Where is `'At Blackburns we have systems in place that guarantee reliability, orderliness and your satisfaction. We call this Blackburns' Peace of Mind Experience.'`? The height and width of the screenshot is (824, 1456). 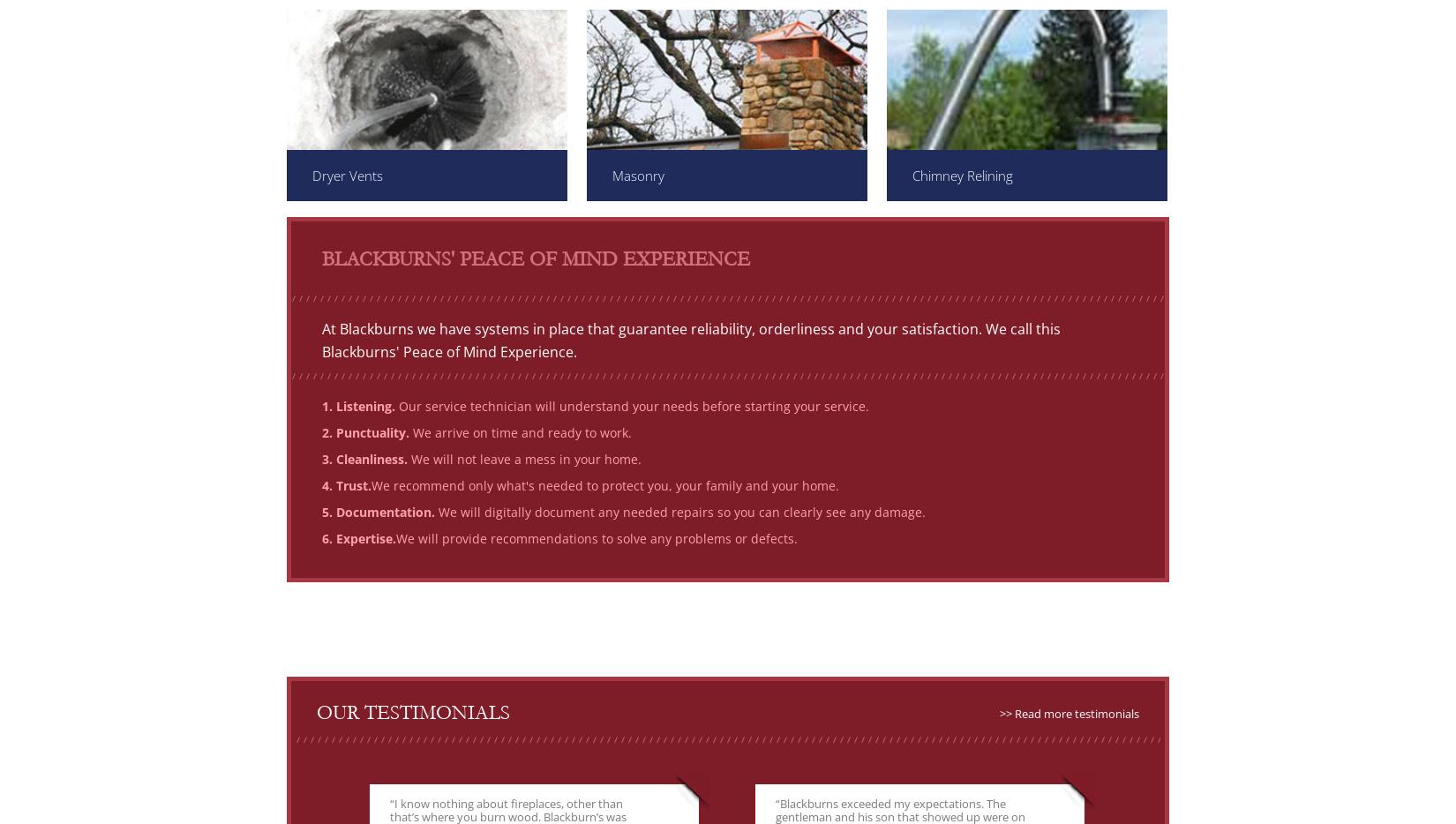
'At Blackburns we have systems in place that guarantee reliability, orderliness and your satisfaction. We call this Blackburns' Peace of Mind Experience.' is located at coordinates (690, 340).